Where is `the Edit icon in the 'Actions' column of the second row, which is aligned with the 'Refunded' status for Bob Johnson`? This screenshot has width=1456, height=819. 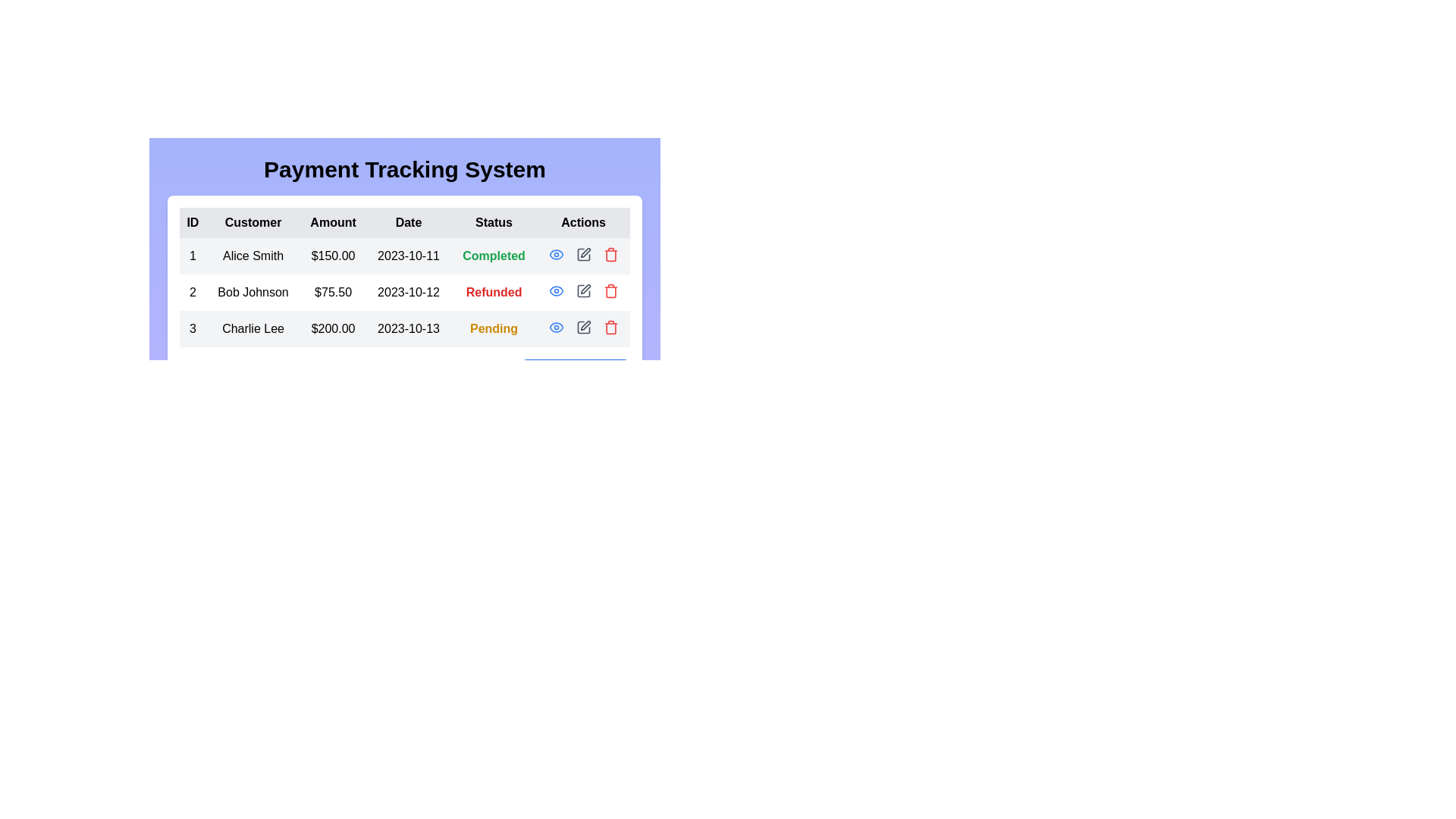 the Edit icon in the 'Actions' column of the second row, which is aligned with the 'Refunded' status for Bob Johnson is located at coordinates (582, 291).